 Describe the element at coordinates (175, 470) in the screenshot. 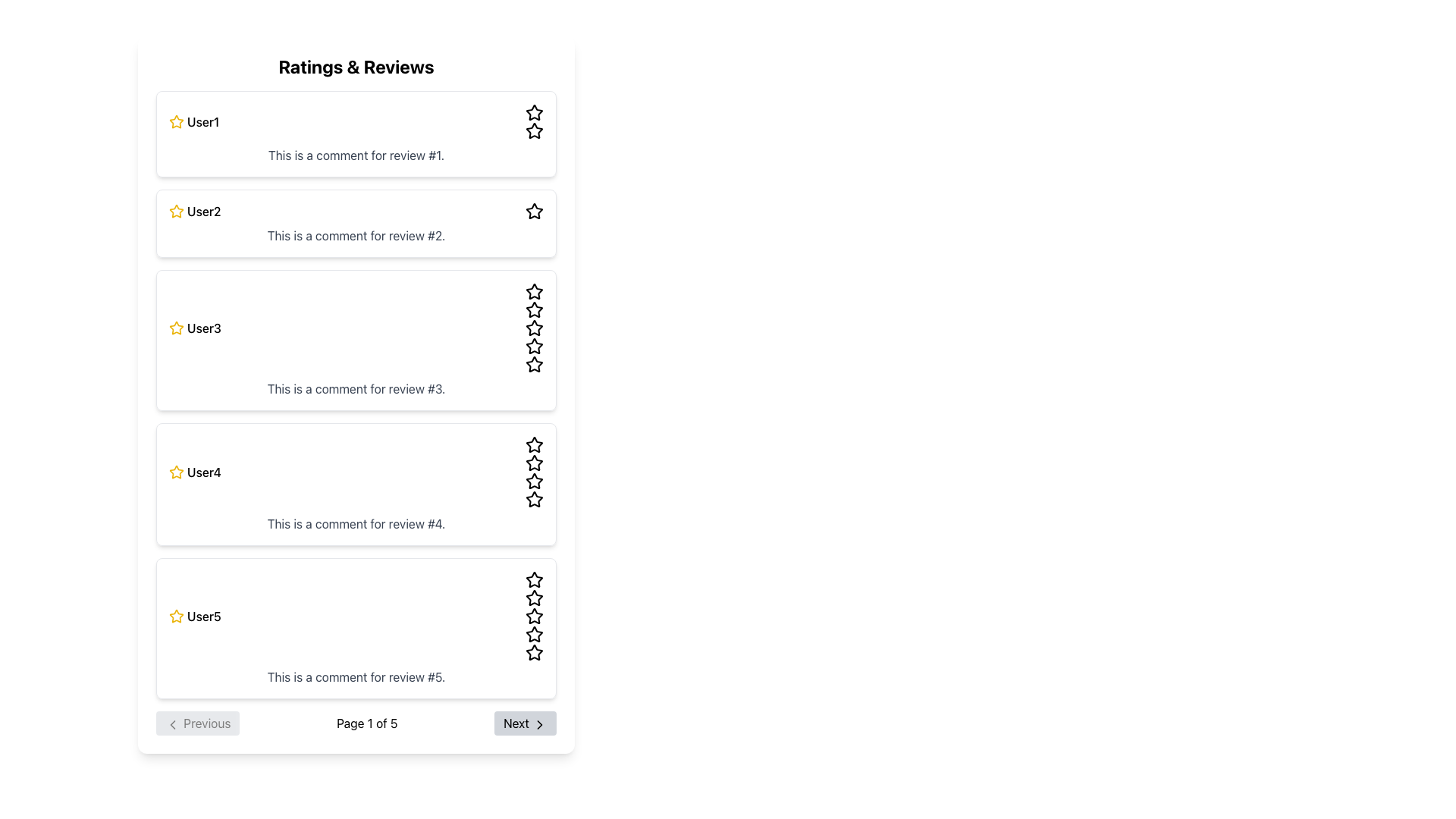

I see `the star icon for the fourth review entry, which signifies a rating or selection option, located before the 'User4' text label` at that location.